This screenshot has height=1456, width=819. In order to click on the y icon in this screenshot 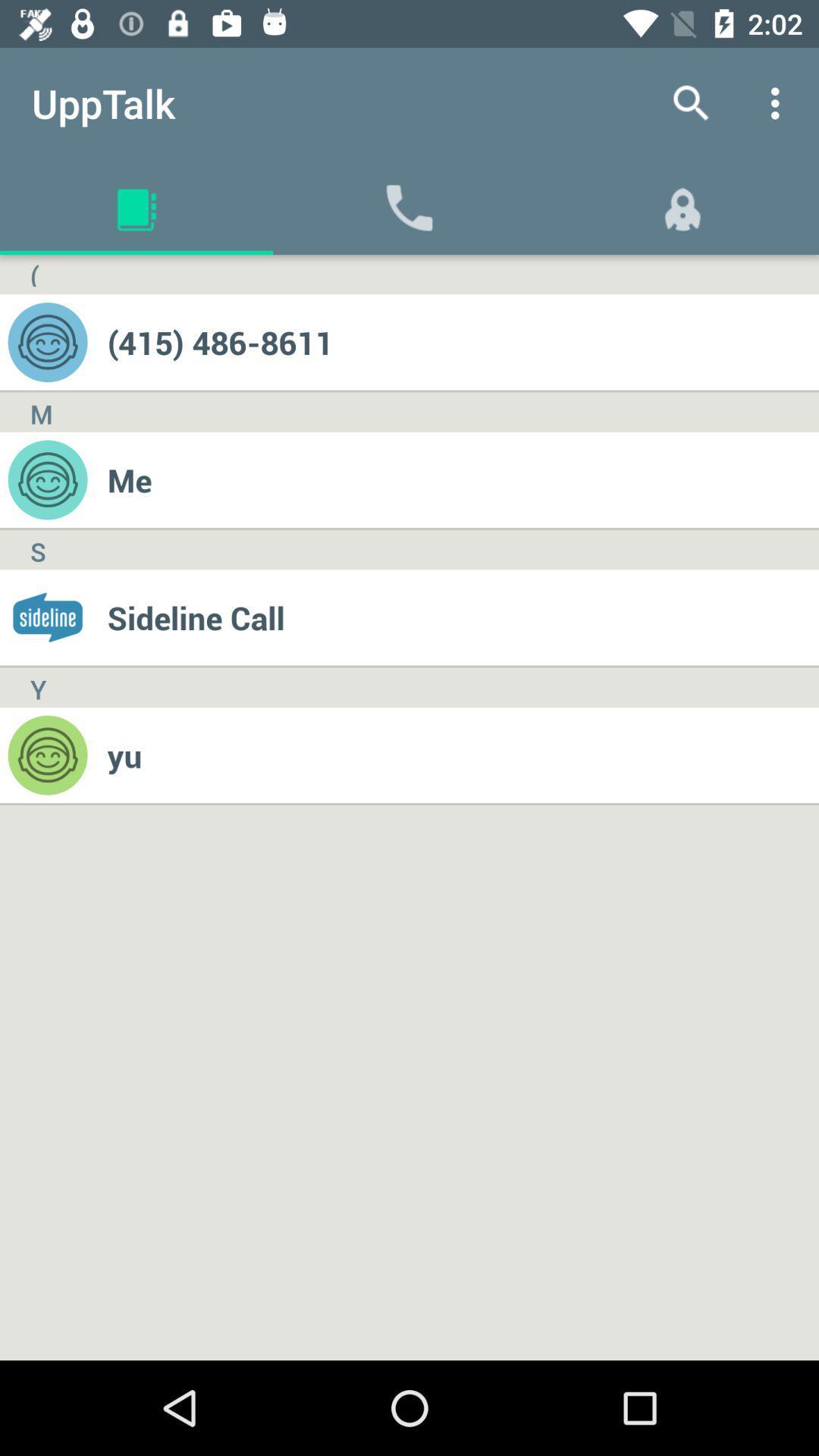, I will do `click(37, 686)`.